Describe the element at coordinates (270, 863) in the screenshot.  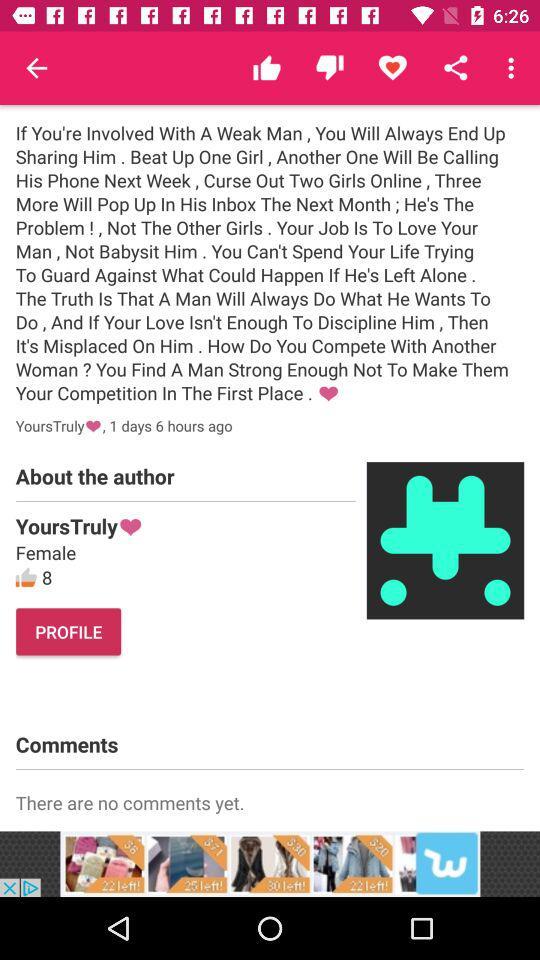
I see `advertisement` at that location.